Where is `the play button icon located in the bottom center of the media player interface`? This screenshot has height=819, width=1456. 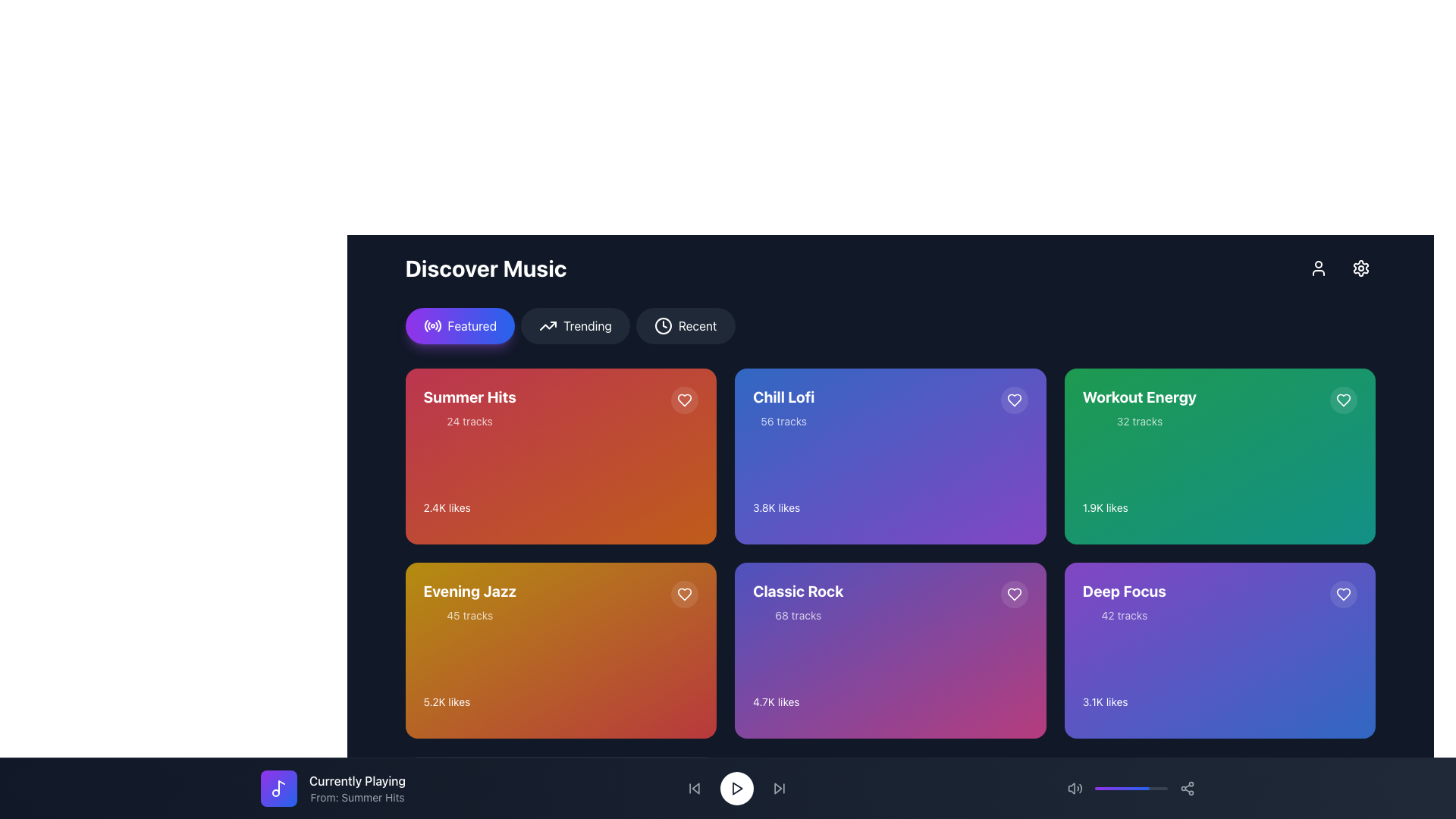
the play button icon located in the bottom center of the media player interface is located at coordinates (736, 788).